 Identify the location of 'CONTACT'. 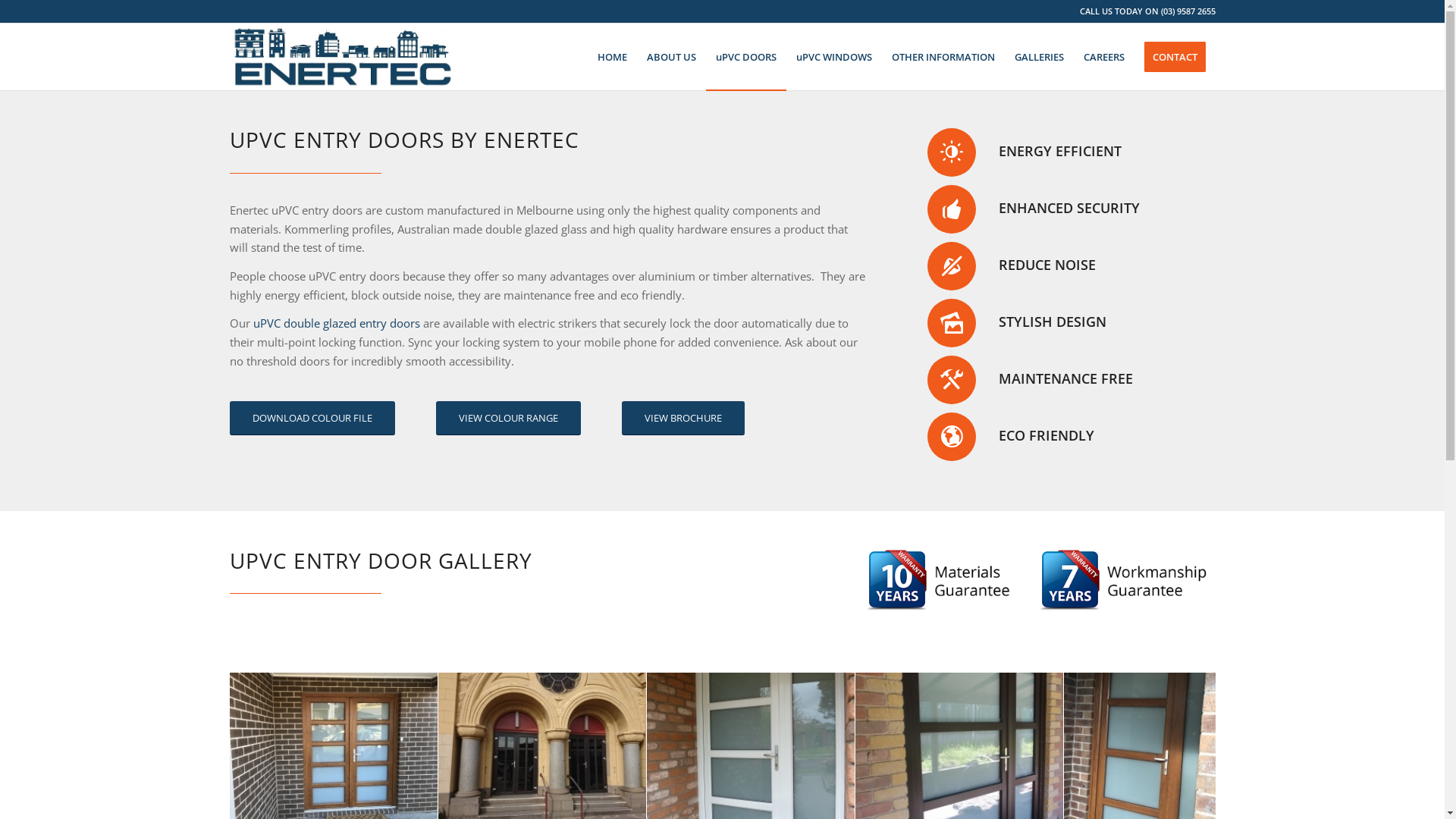
(1174, 55).